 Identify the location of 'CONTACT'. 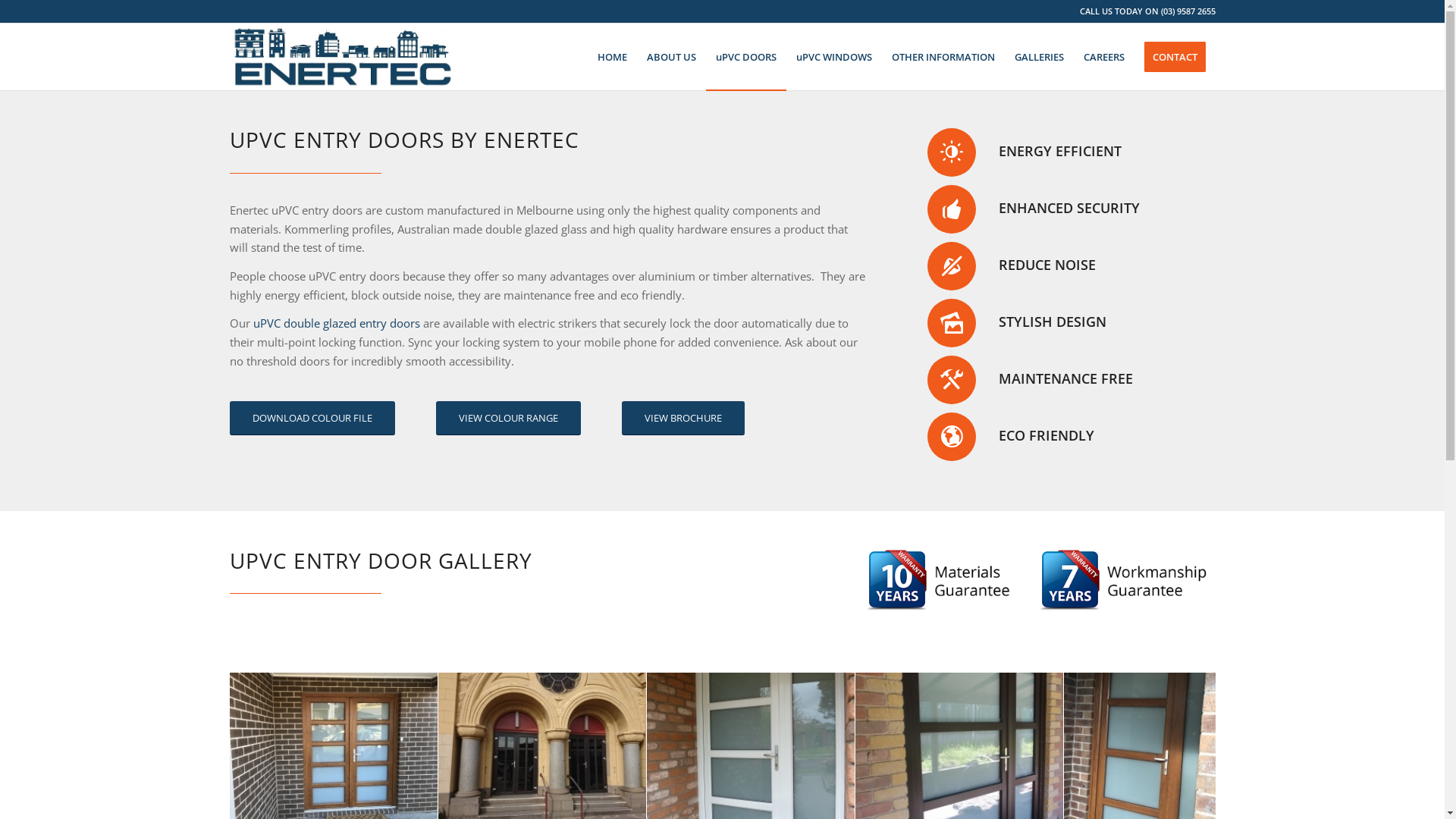
(1174, 55).